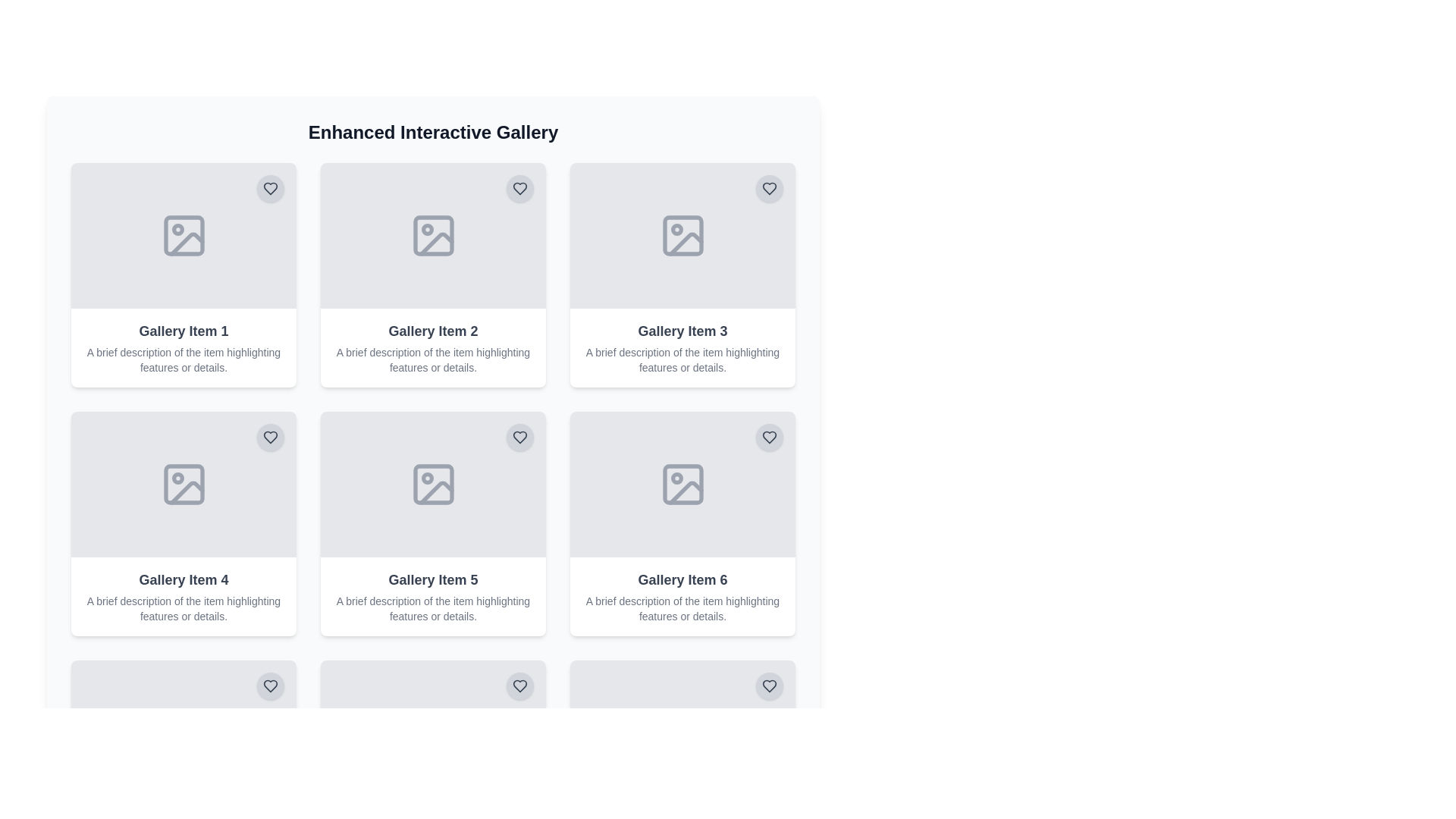 The height and width of the screenshot is (819, 1456). Describe the element at coordinates (183, 595) in the screenshot. I see `the Card element titled 'Gallery Item 4' located in the first column of the third row in the grid layout` at that location.